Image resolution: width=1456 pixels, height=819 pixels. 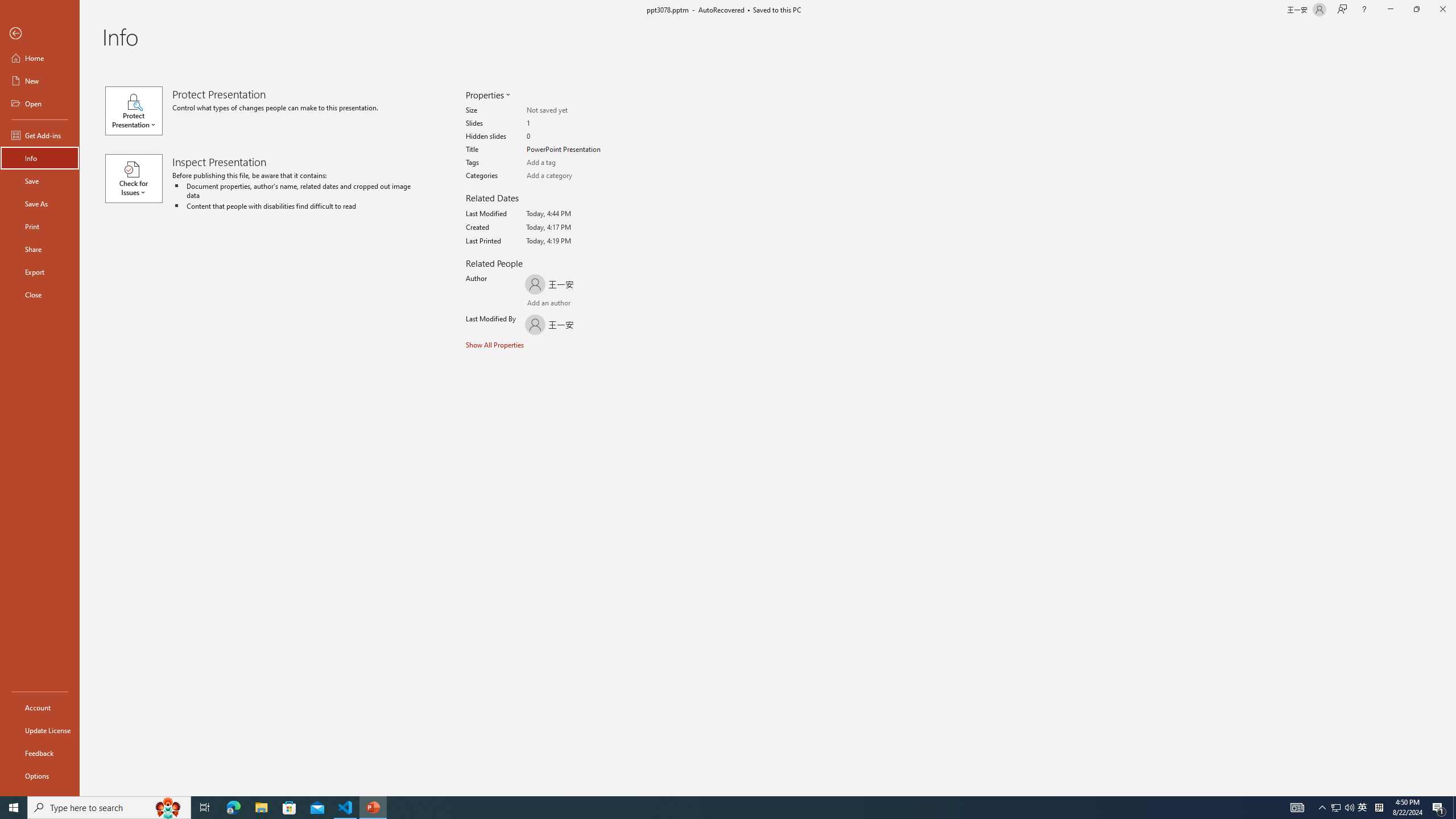 What do you see at coordinates (570, 136) in the screenshot?
I see `'Hidden slides'` at bounding box center [570, 136].